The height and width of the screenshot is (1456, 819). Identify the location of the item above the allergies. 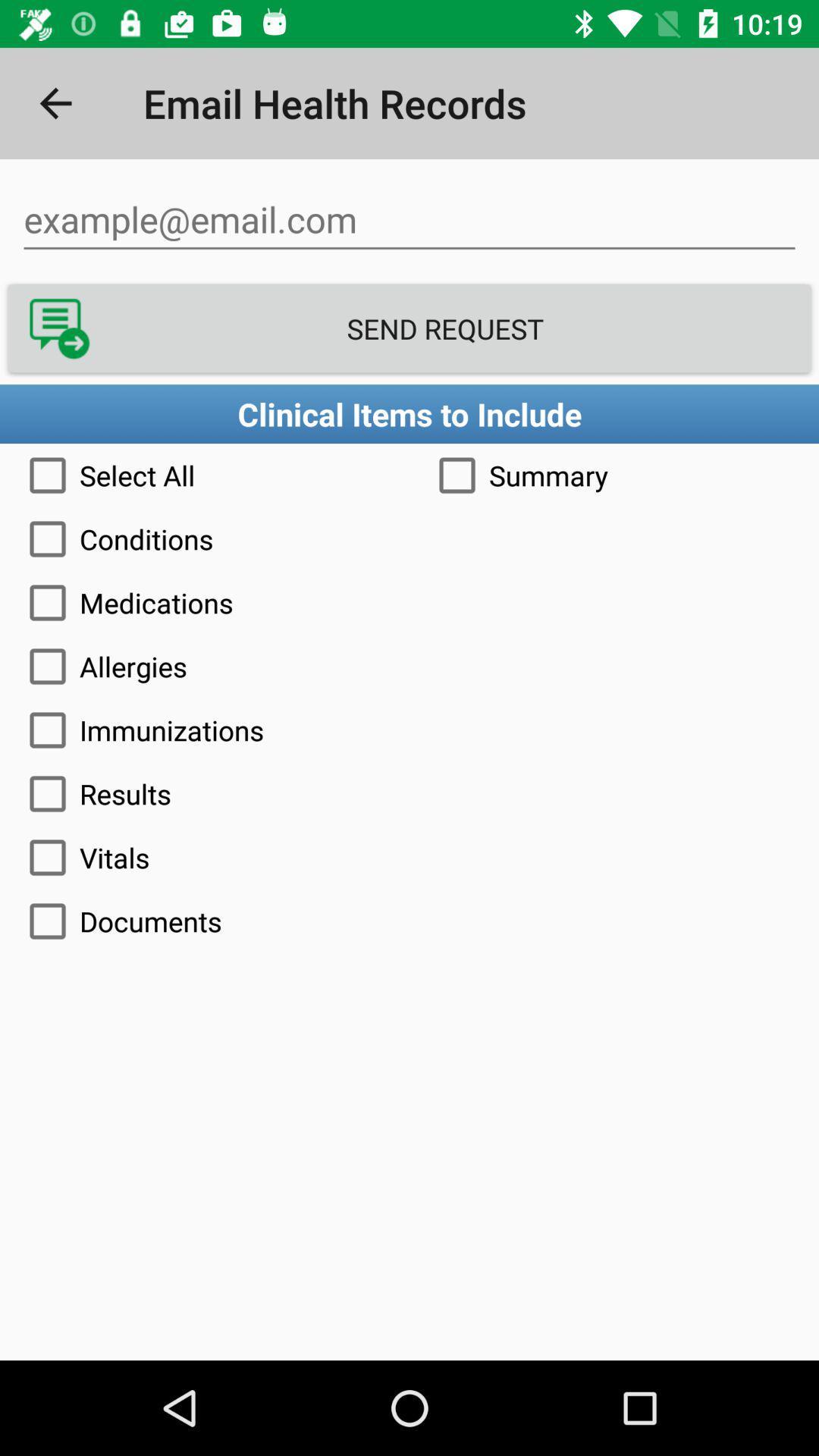
(409, 602).